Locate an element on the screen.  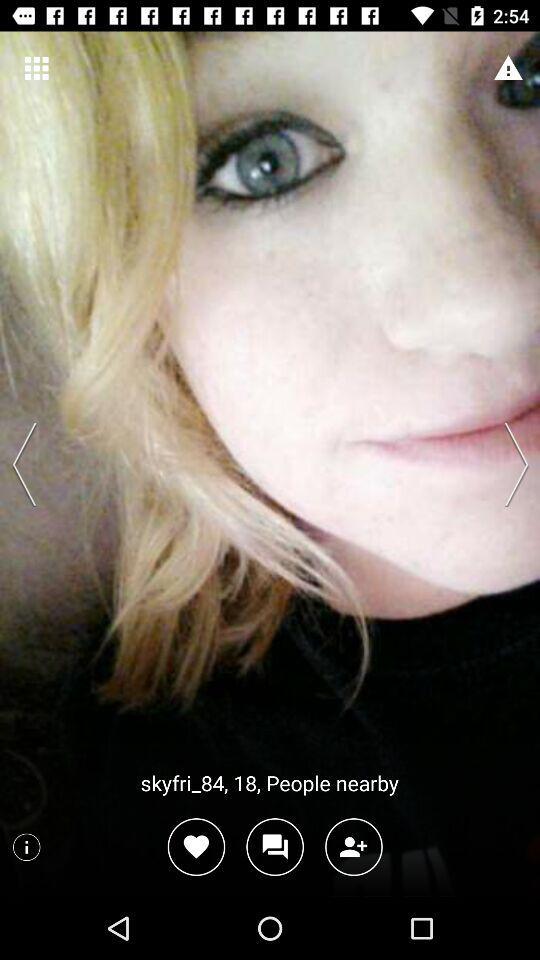
change the person showed show the next person is located at coordinates (510, 464).